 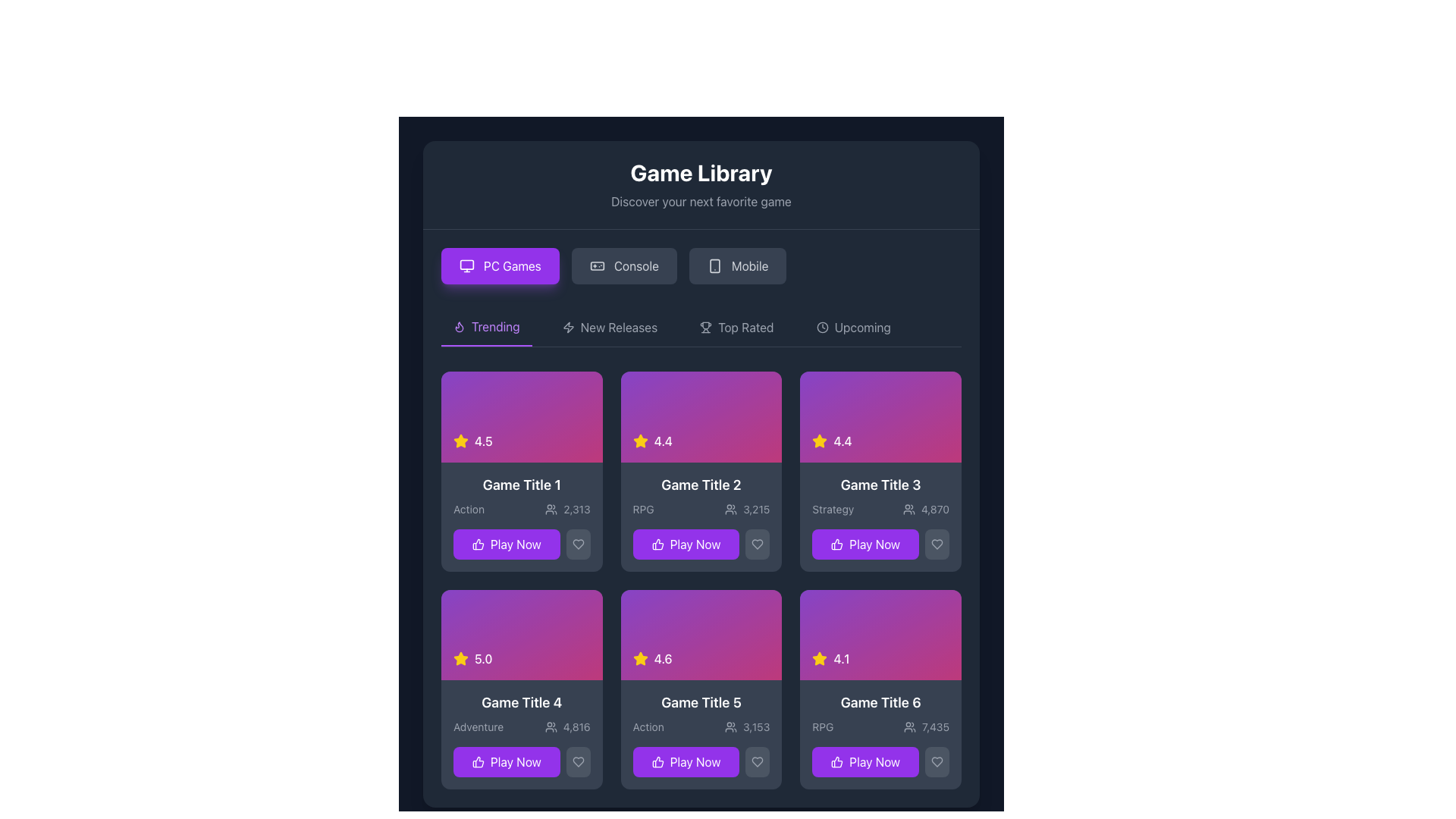 What do you see at coordinates (495, 326) in the screenshot?
I see `the 'Trending' label, which is a purple text label in the category menu, positioned to the right of a flame-shaped icon` at bounding box center [495, 326].